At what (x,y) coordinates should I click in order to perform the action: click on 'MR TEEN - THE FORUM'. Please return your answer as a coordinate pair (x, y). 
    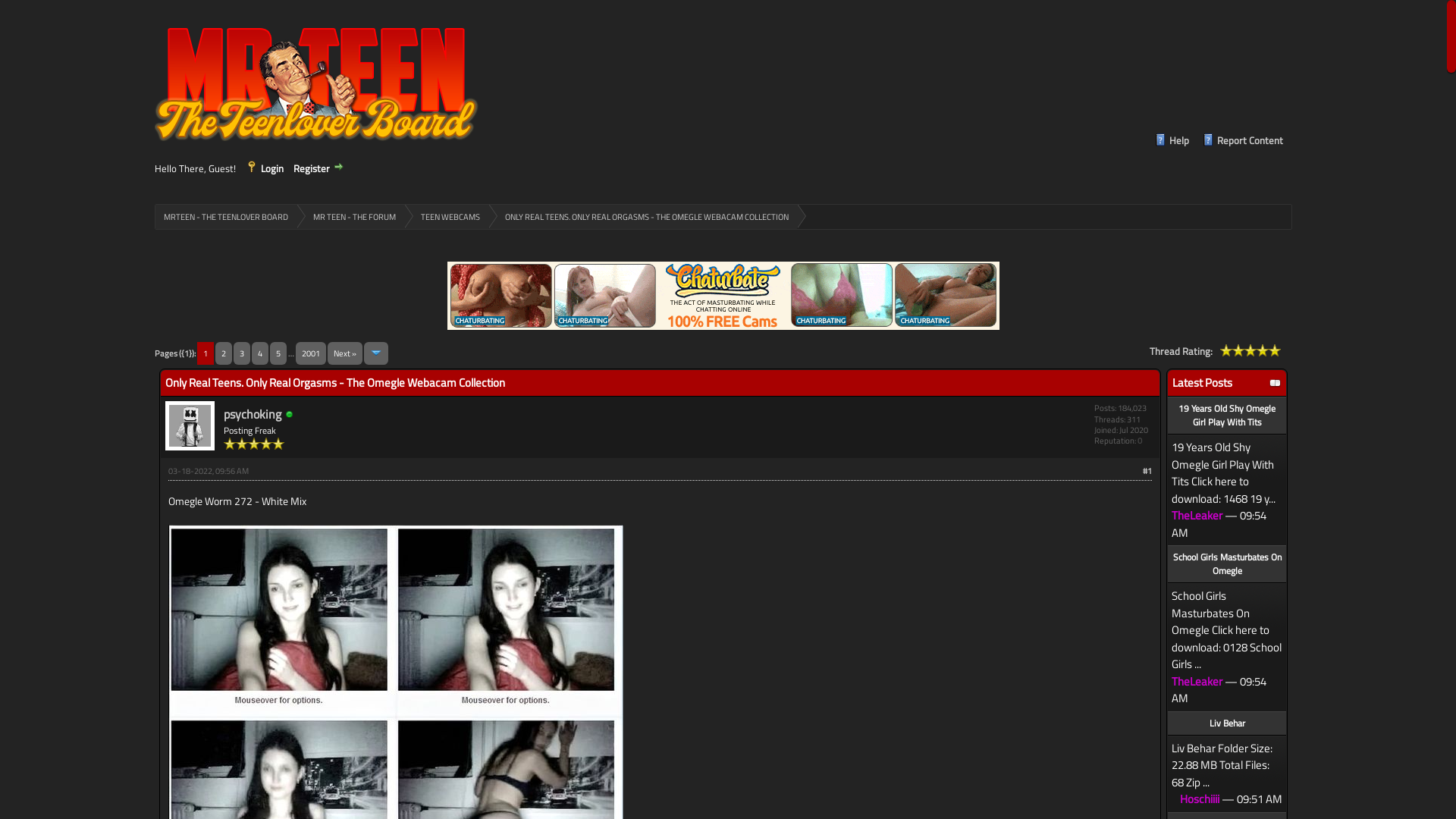
    Looking at the image, I should click on (349, 216).